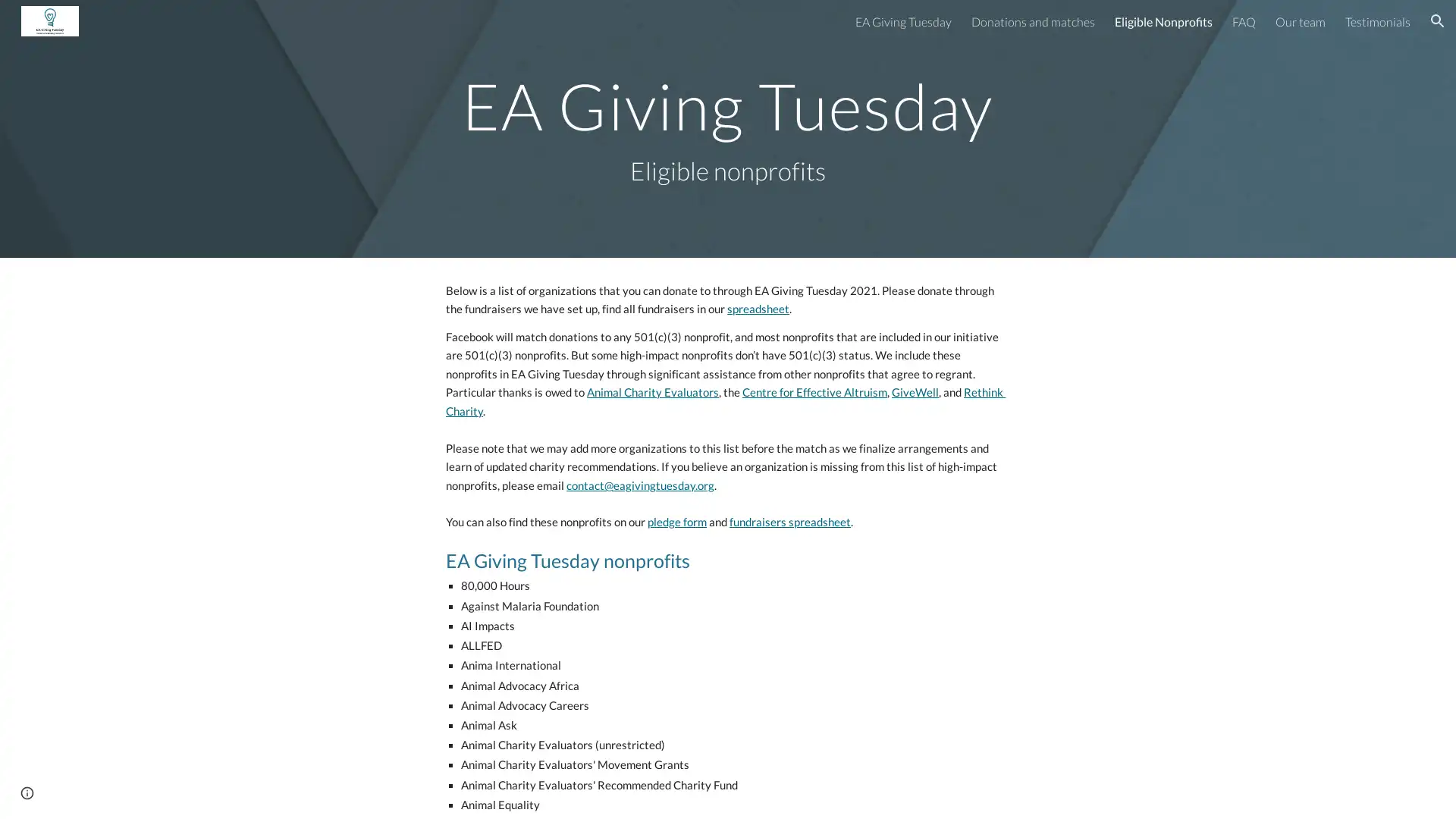 Image resolution: width=1456 pixels, height=819 pixels. Describe the element at coordinates (597, 28) in the screenshot. I see `Skip to main content` at that location.